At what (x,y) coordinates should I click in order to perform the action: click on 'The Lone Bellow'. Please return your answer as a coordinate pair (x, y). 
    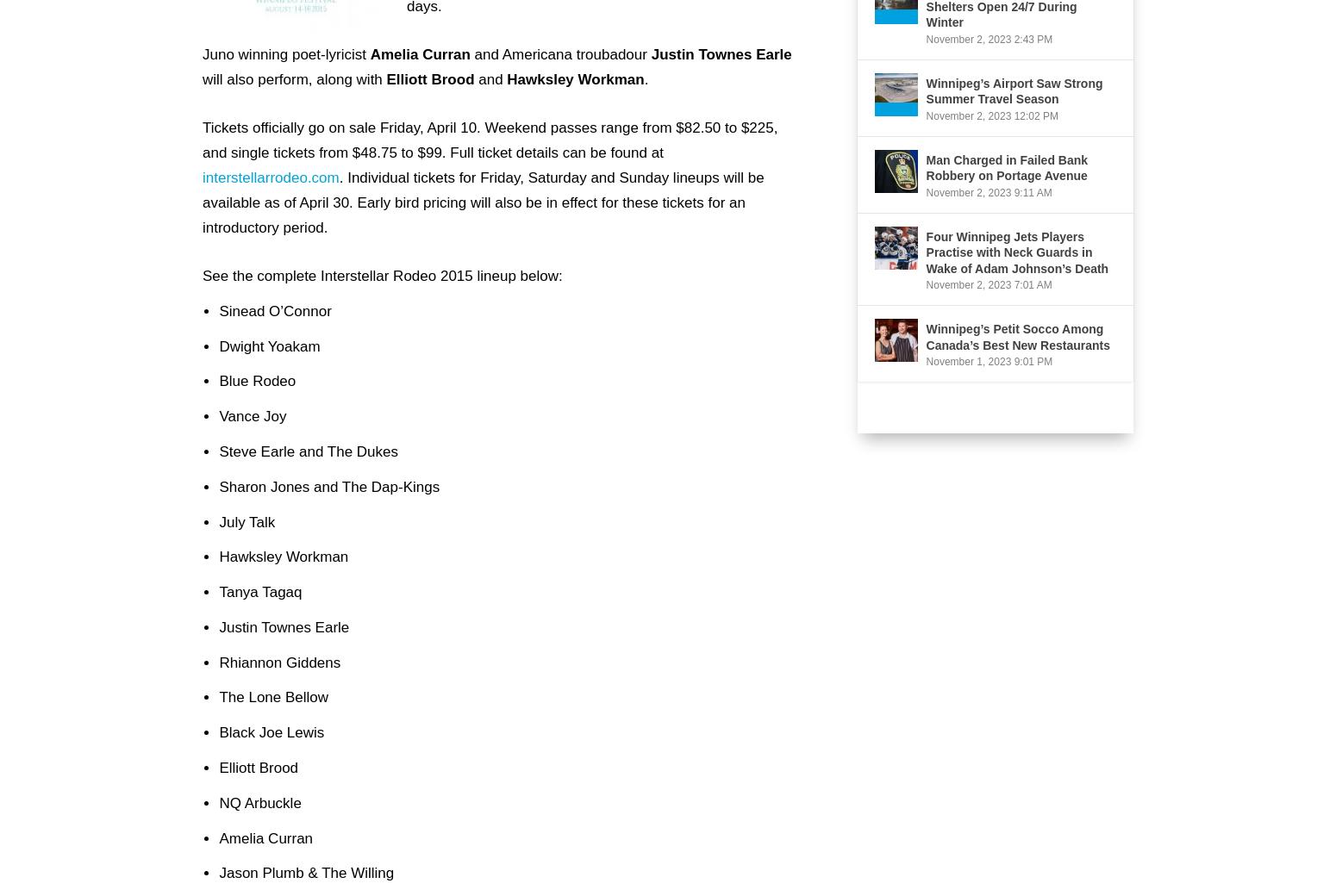
    Looking at the image, I should click on (272, 695).